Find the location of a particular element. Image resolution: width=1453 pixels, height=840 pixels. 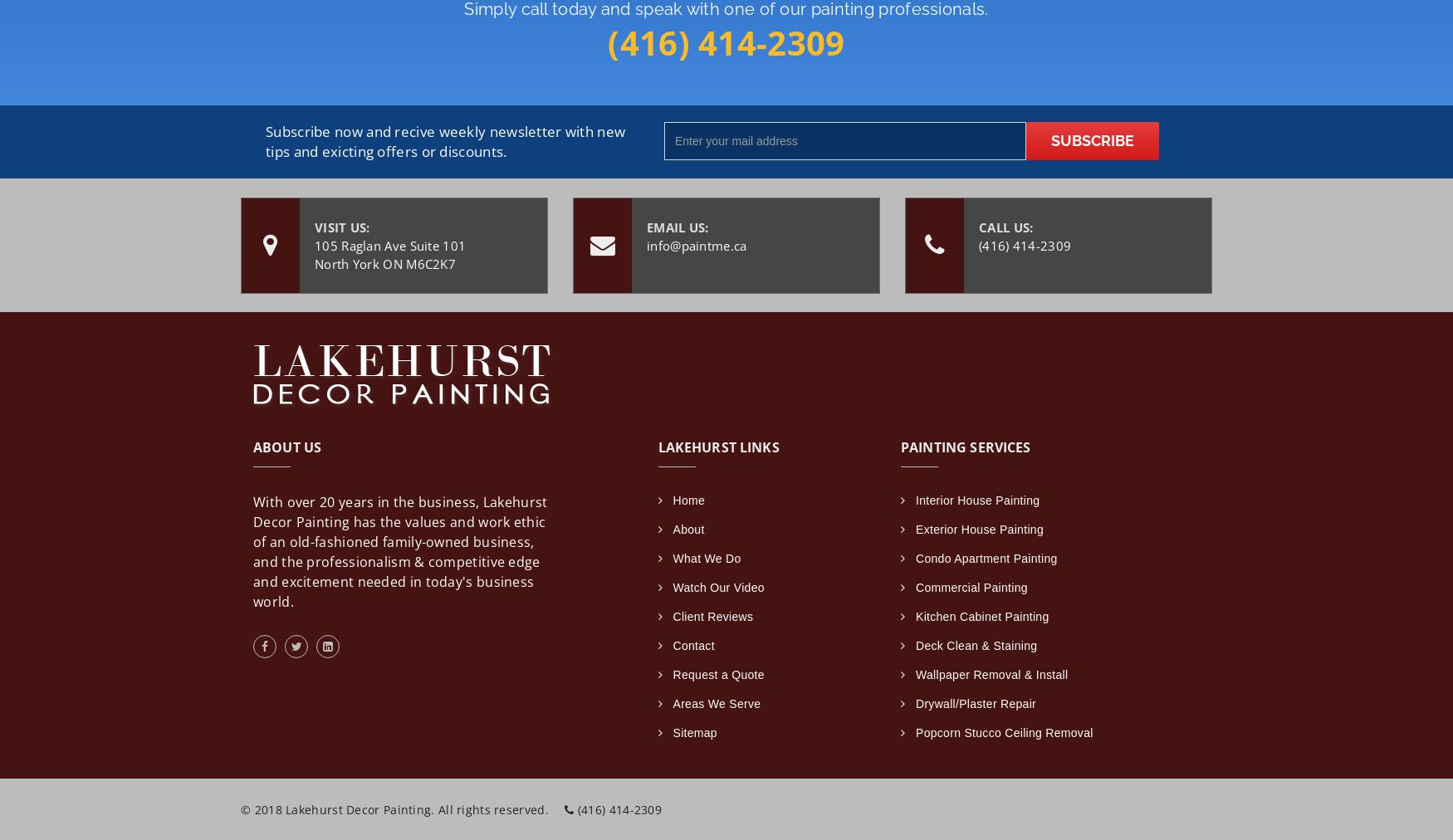

'With over 20 years in the business, Lakehurst Decor Painting has the values and work ethic of an old-fashioned family-owned business, and the professionalism & competitive edge and excitement needed in today's business world.' is located at coordinates (399, 550).